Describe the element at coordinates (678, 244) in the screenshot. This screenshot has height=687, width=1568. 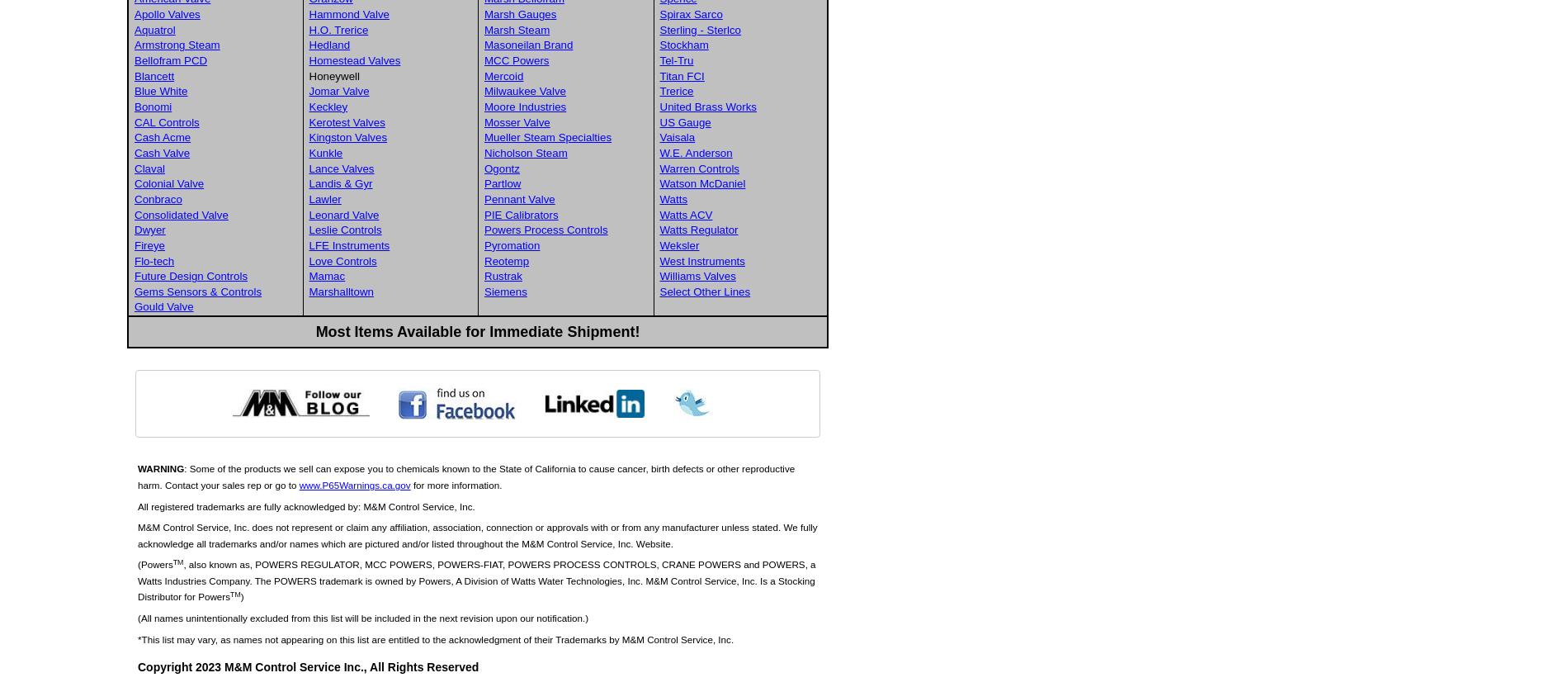
I see `'Weksler'` at that location.